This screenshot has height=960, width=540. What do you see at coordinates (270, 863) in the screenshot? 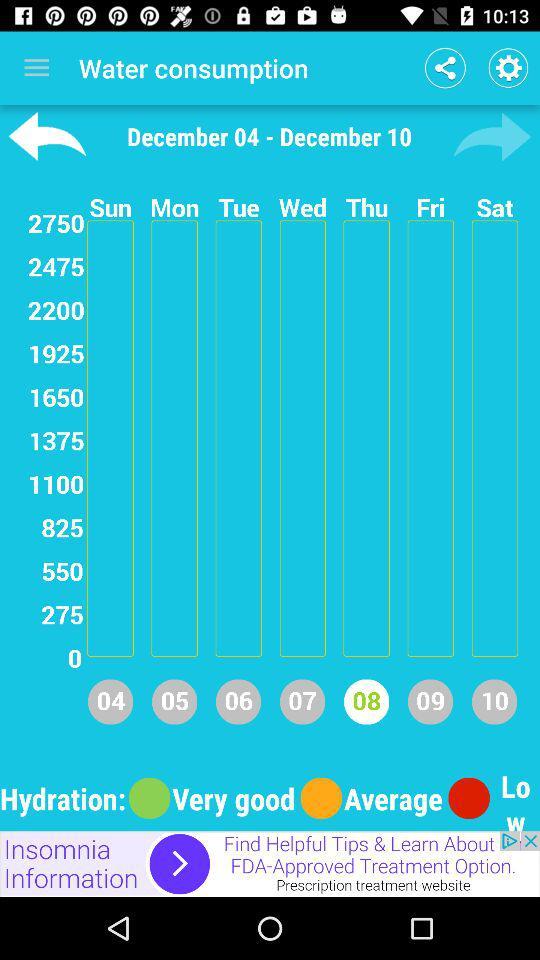
I see `insomnia add` at bounding box center [270, 863].